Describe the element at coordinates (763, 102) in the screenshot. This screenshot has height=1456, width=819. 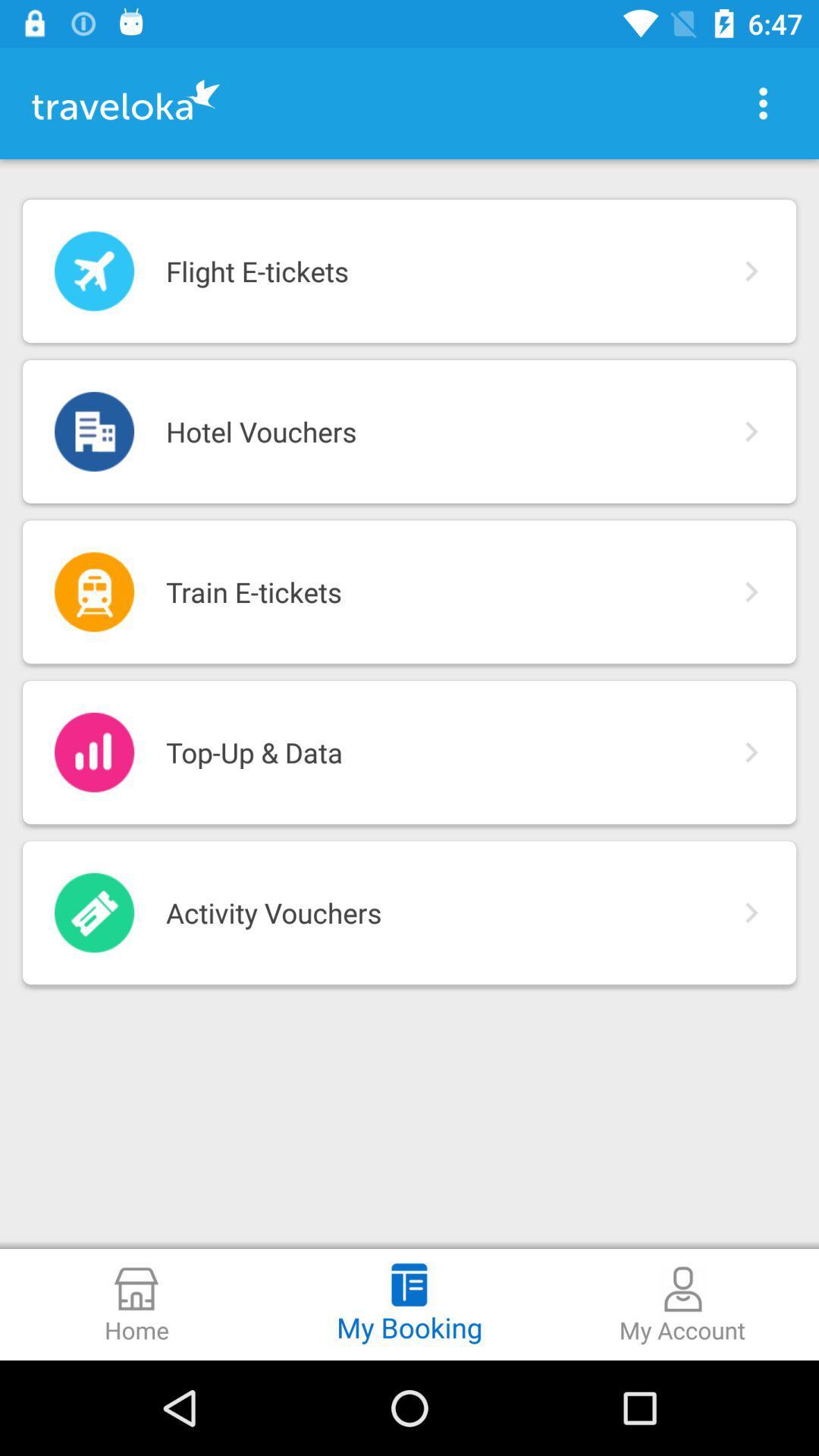
I see `main menu` at that location.